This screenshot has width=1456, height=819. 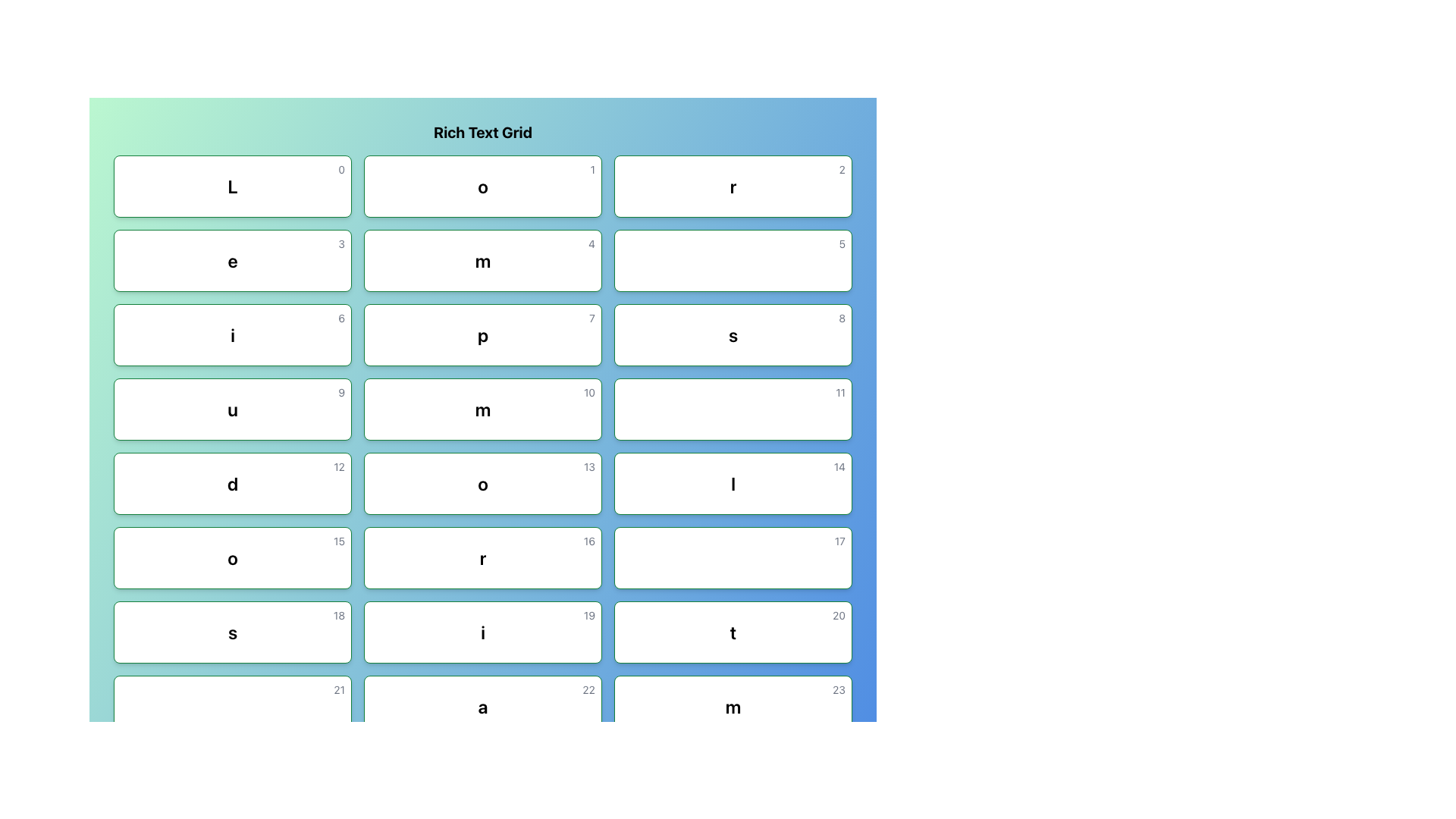 I want to click on the grid item located in the fifth row and second column, which displays the text 'm' and '10', so click(x=482, y=409).